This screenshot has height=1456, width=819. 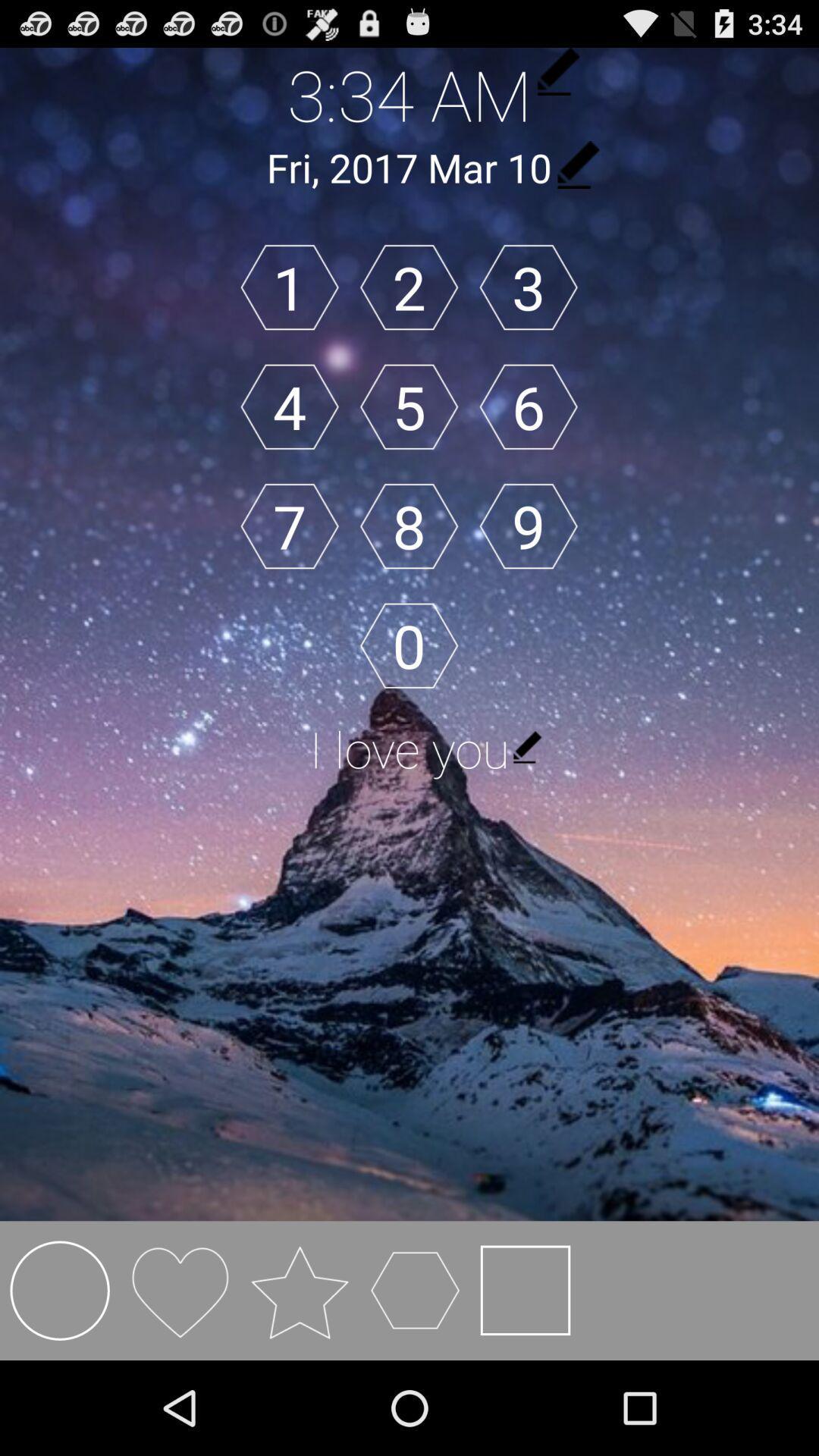 What do you see at coordinates (408, 526) in the screenshot?
I see `8` at bounding box center [408, 526].